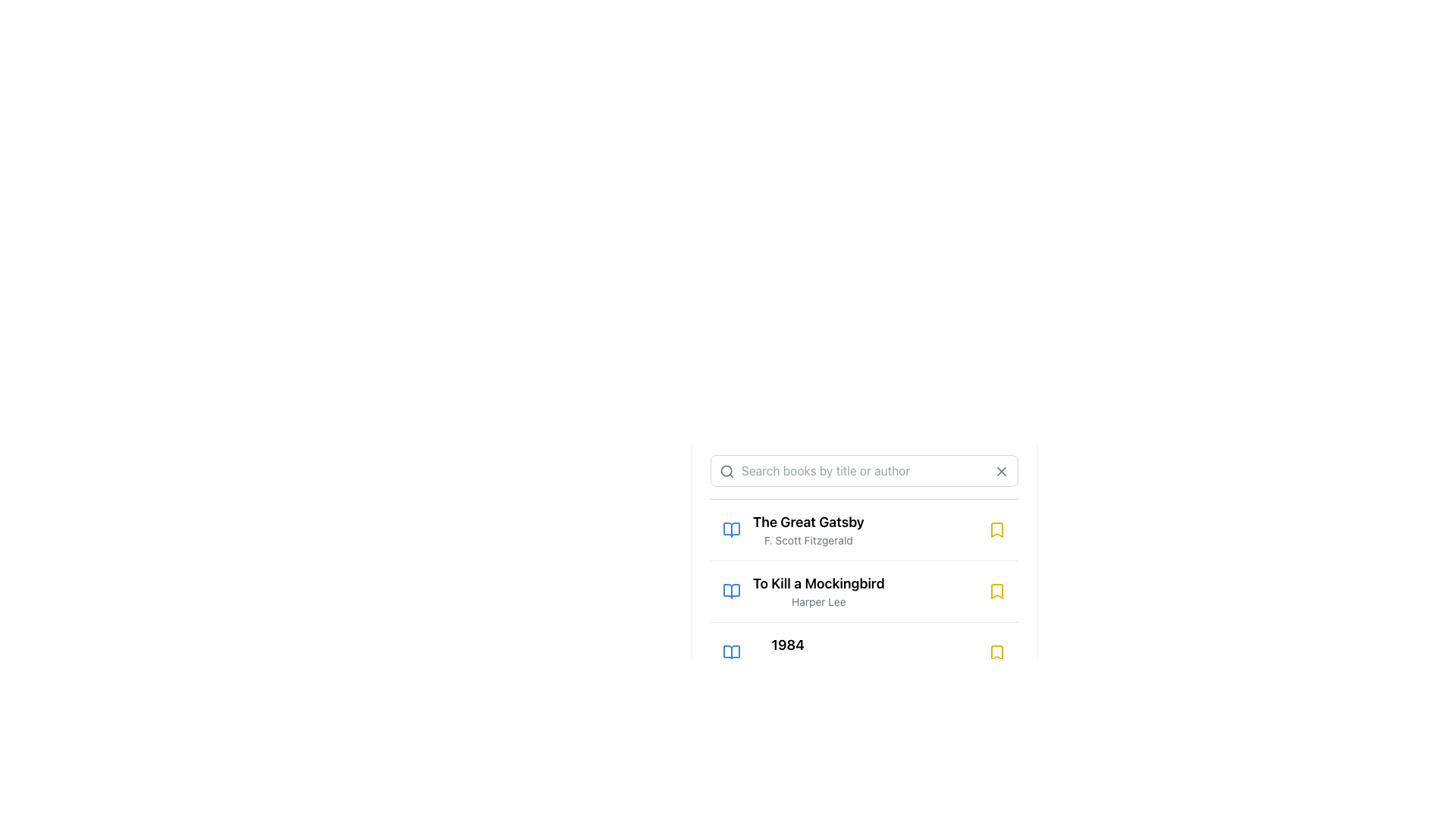 The width and height of the screenshot is (1456, 819). What do you see at coordinates (997, 590) in the screenshot?
I see `the bookmark icon located at the far-right side of the list entry for the book 'To Kill a Mockingbird'` at bounding box center [997, 590].